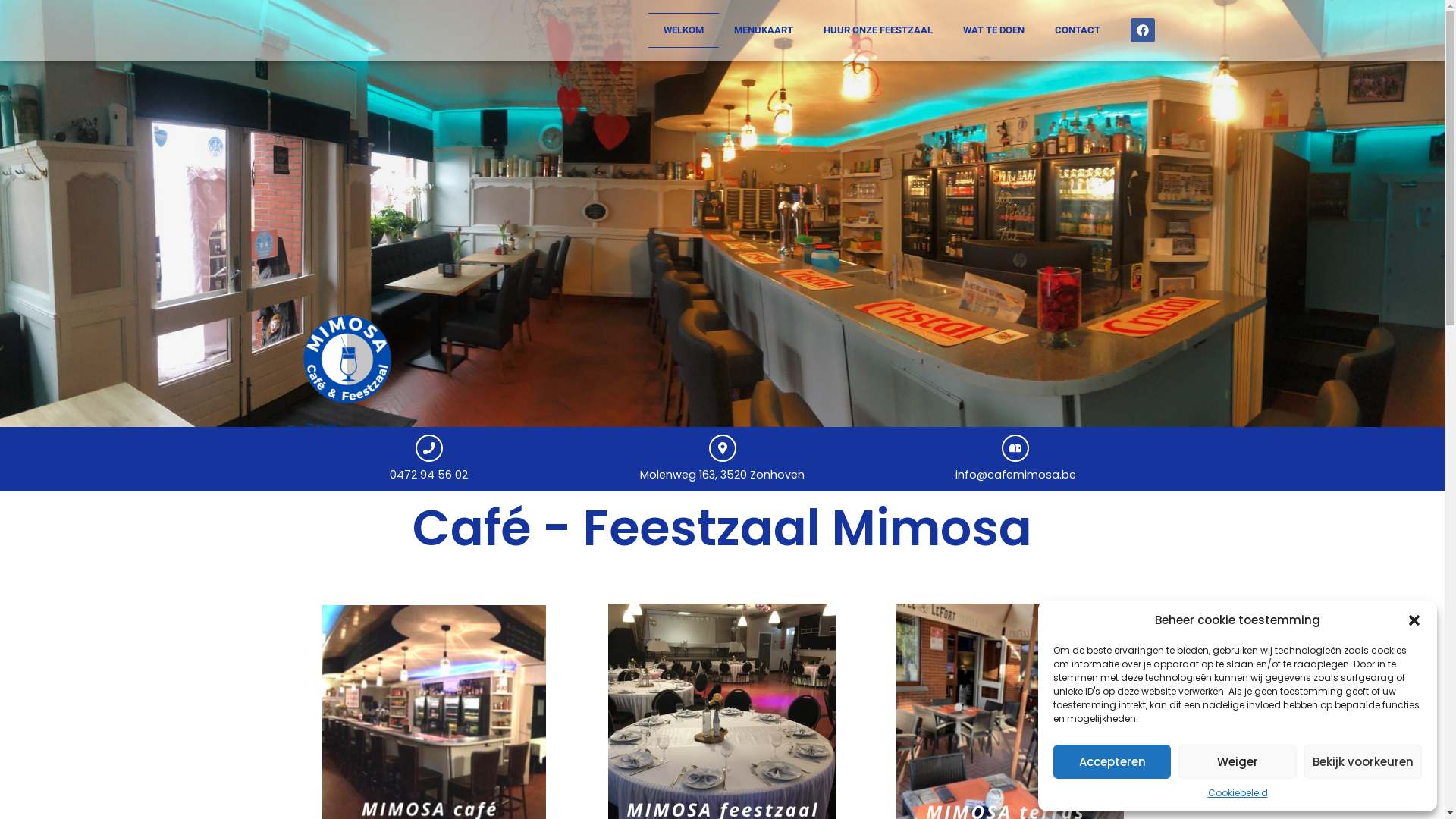 This screenshot has width=1456, height=819. I want to click on 'Weiger', so click(1178, 761).